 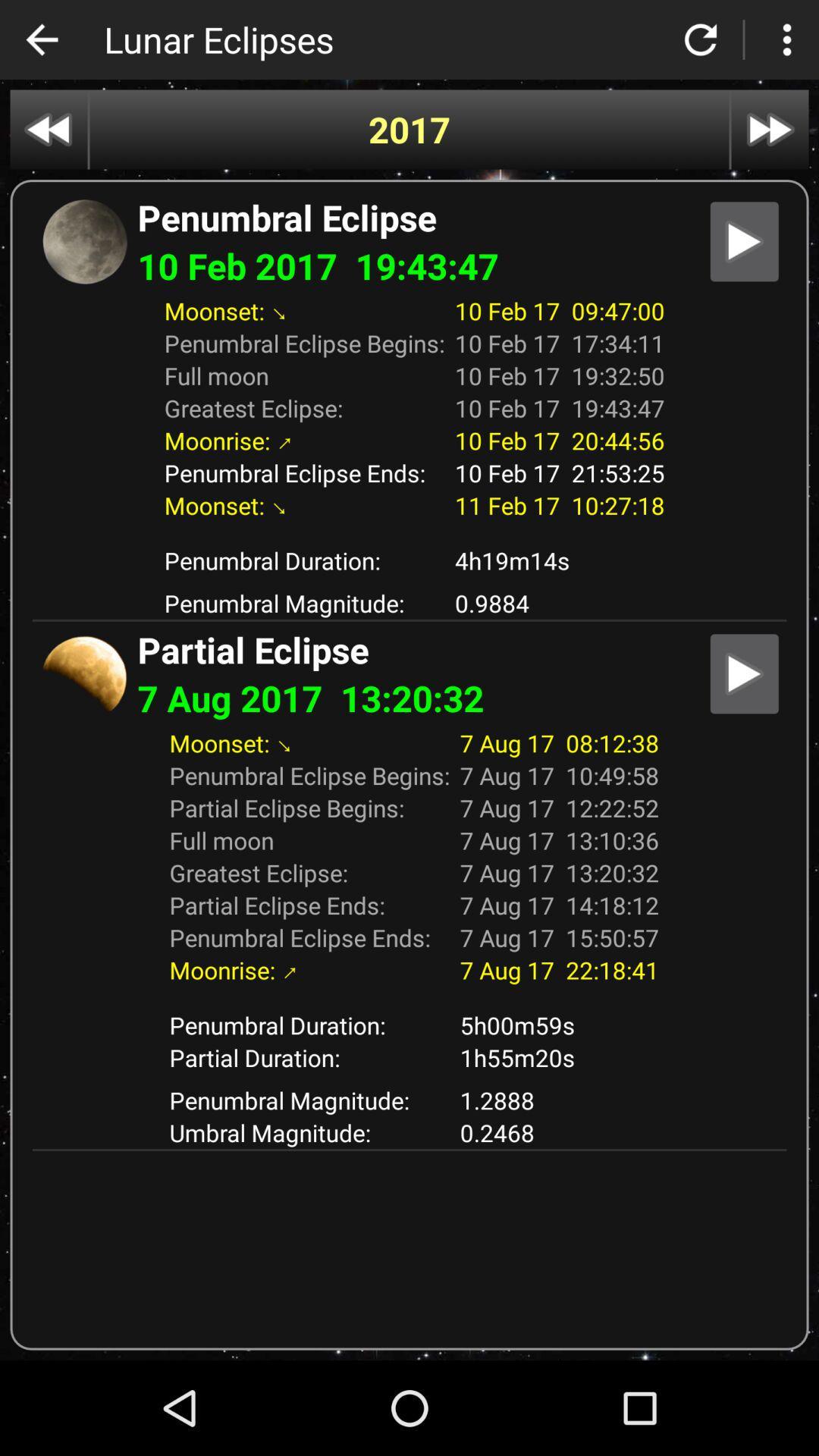 What do you see at coordinates (41, 39) in the screenshot?
I see `back to previous page` at bounding box center [41, 39].